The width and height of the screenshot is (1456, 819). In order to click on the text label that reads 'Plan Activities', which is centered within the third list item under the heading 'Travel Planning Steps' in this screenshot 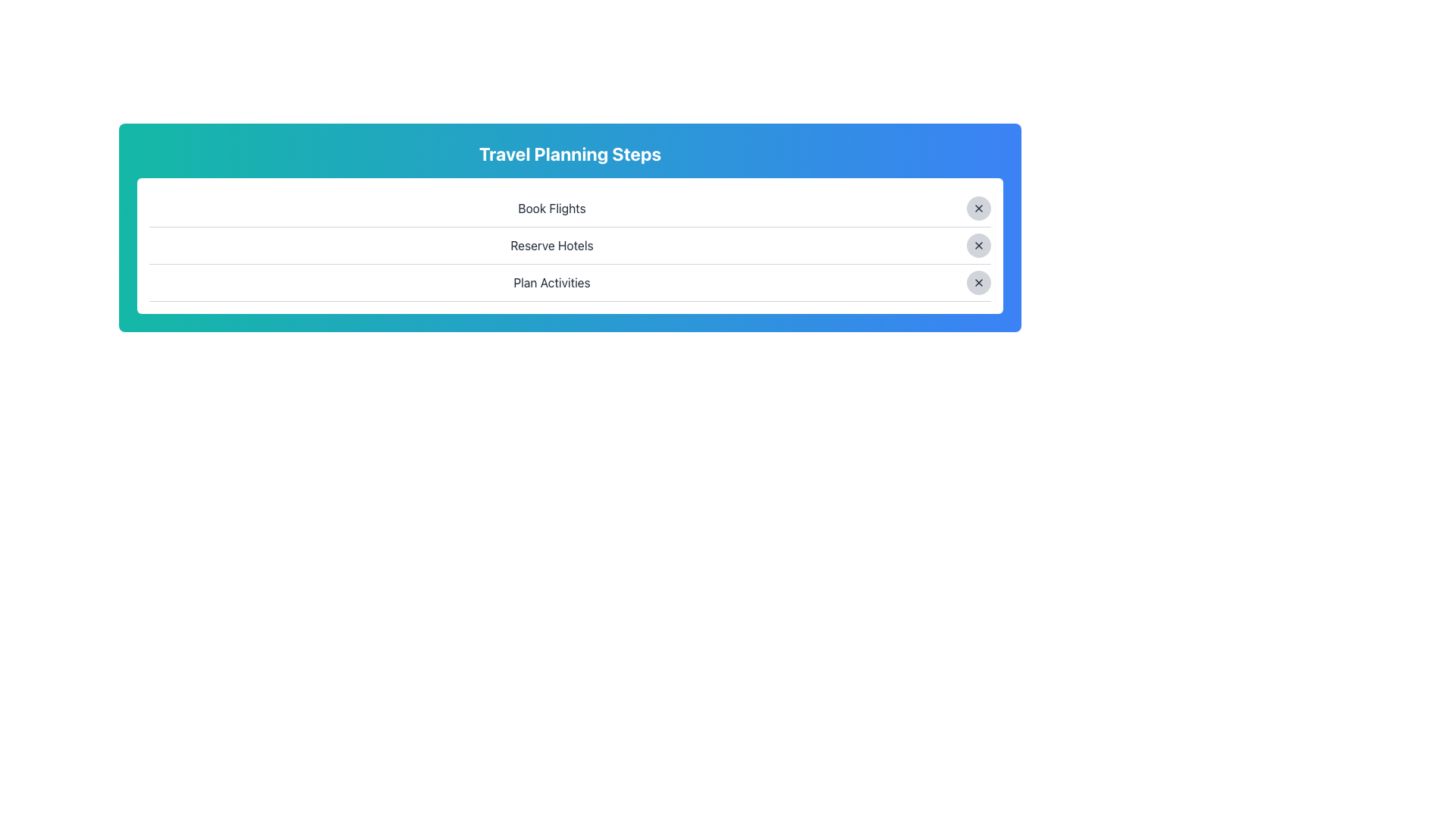, I will do `click(551, 283)`.